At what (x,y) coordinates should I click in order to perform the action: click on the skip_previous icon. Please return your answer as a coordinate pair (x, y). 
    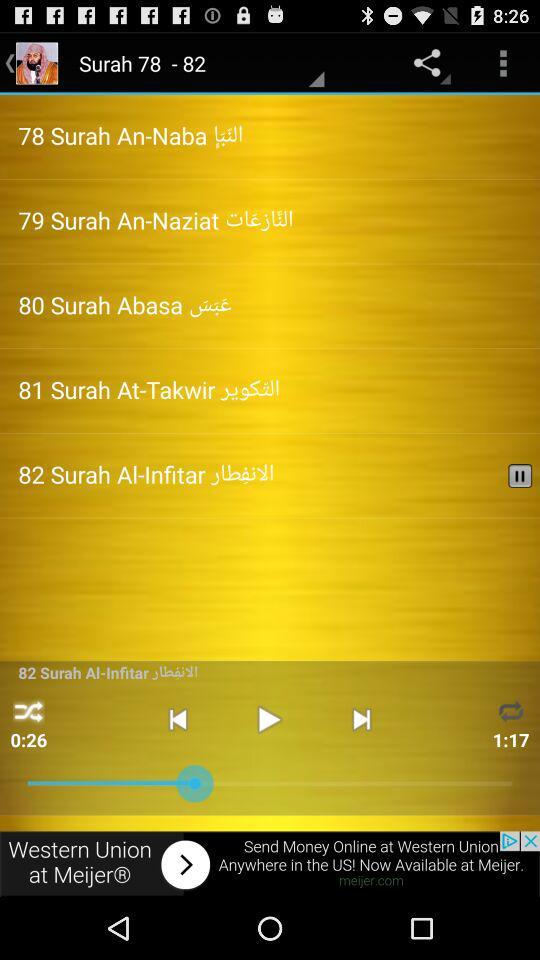
    Looking at the image, I should click on (177, 768).